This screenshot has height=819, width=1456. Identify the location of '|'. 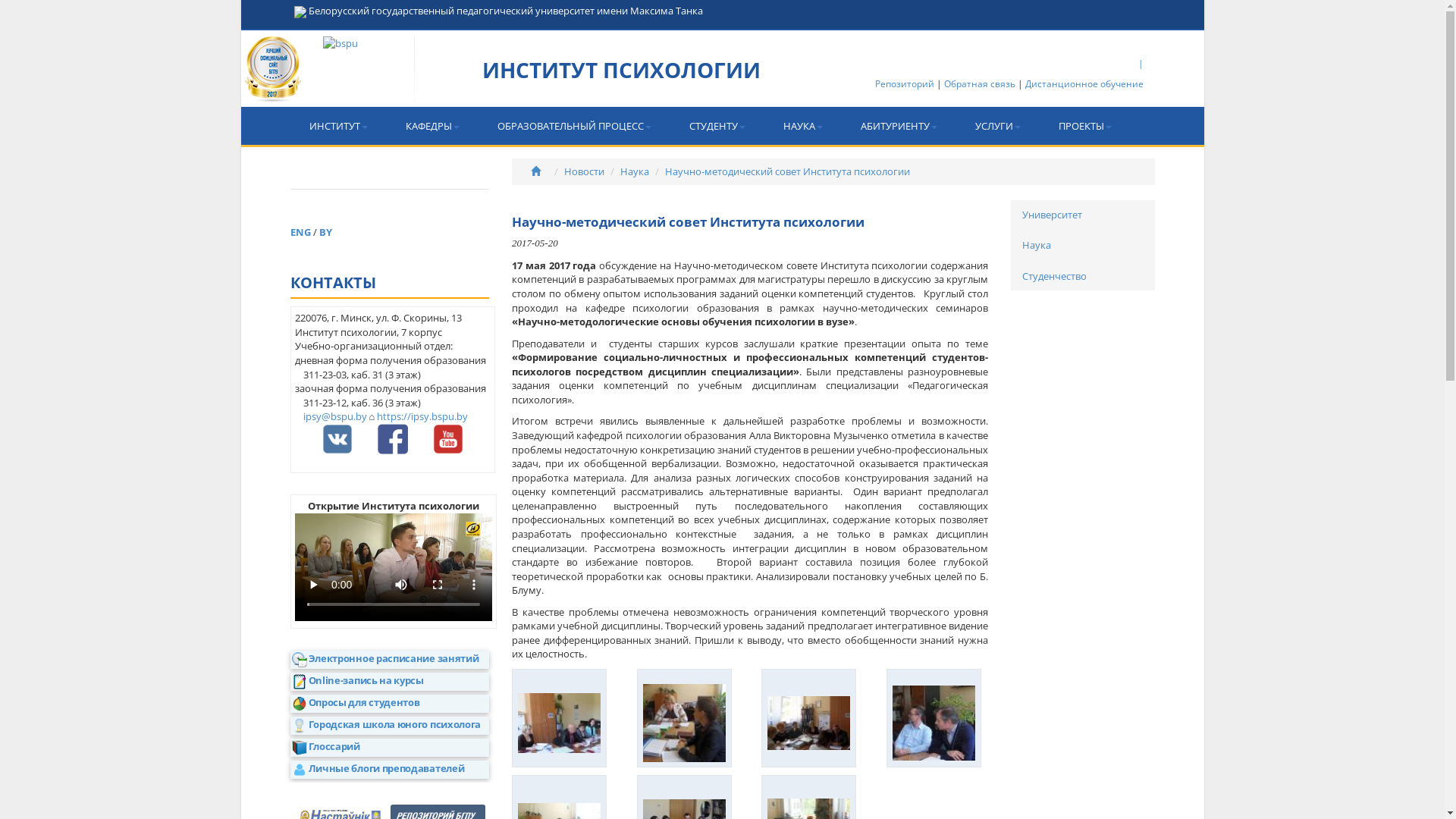
(1140, 62).